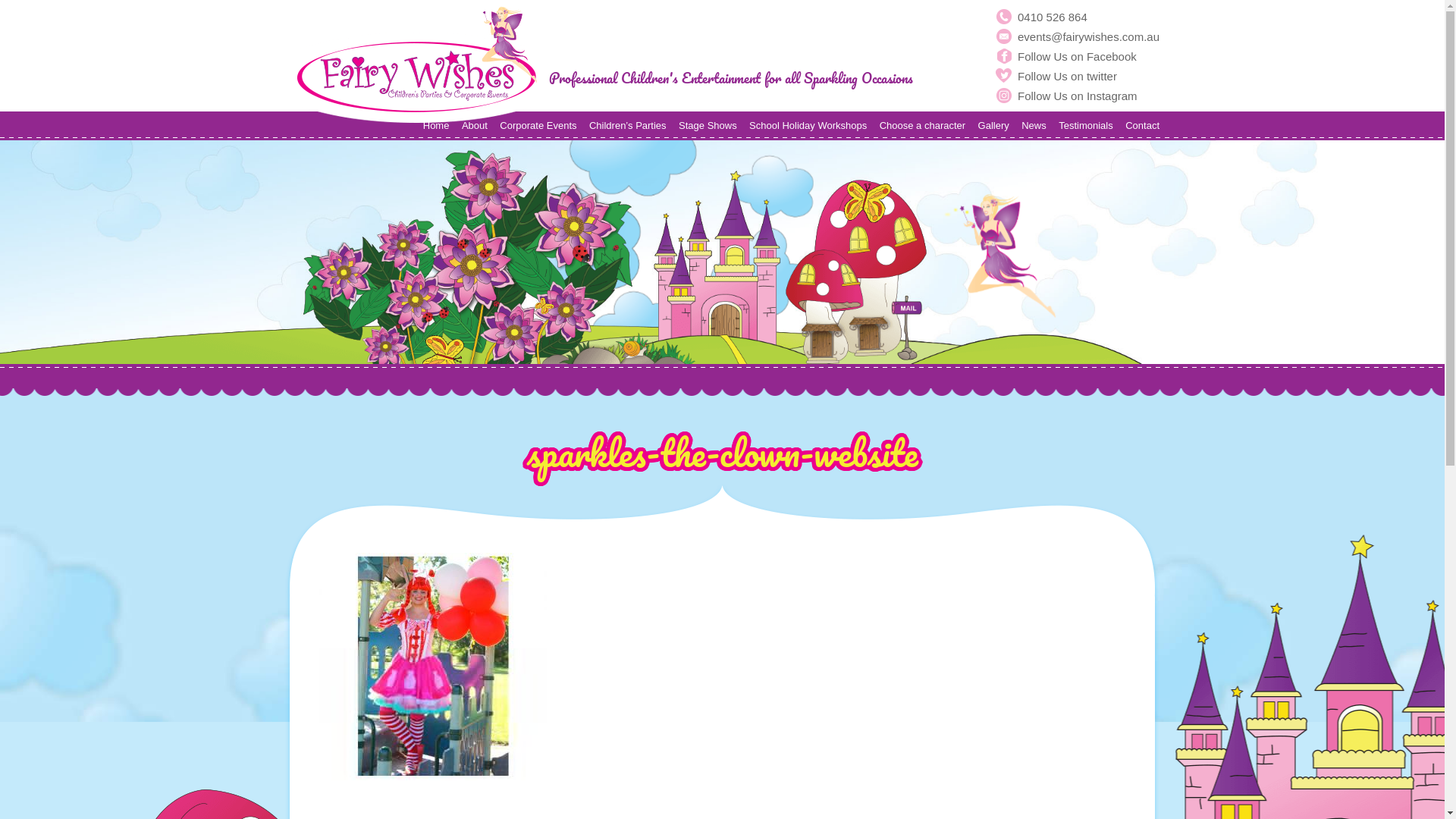  What do you see at coordinates (538, 124) in the screenshot?
I see `'Corporate Events'` at bounding box center [538, 124].